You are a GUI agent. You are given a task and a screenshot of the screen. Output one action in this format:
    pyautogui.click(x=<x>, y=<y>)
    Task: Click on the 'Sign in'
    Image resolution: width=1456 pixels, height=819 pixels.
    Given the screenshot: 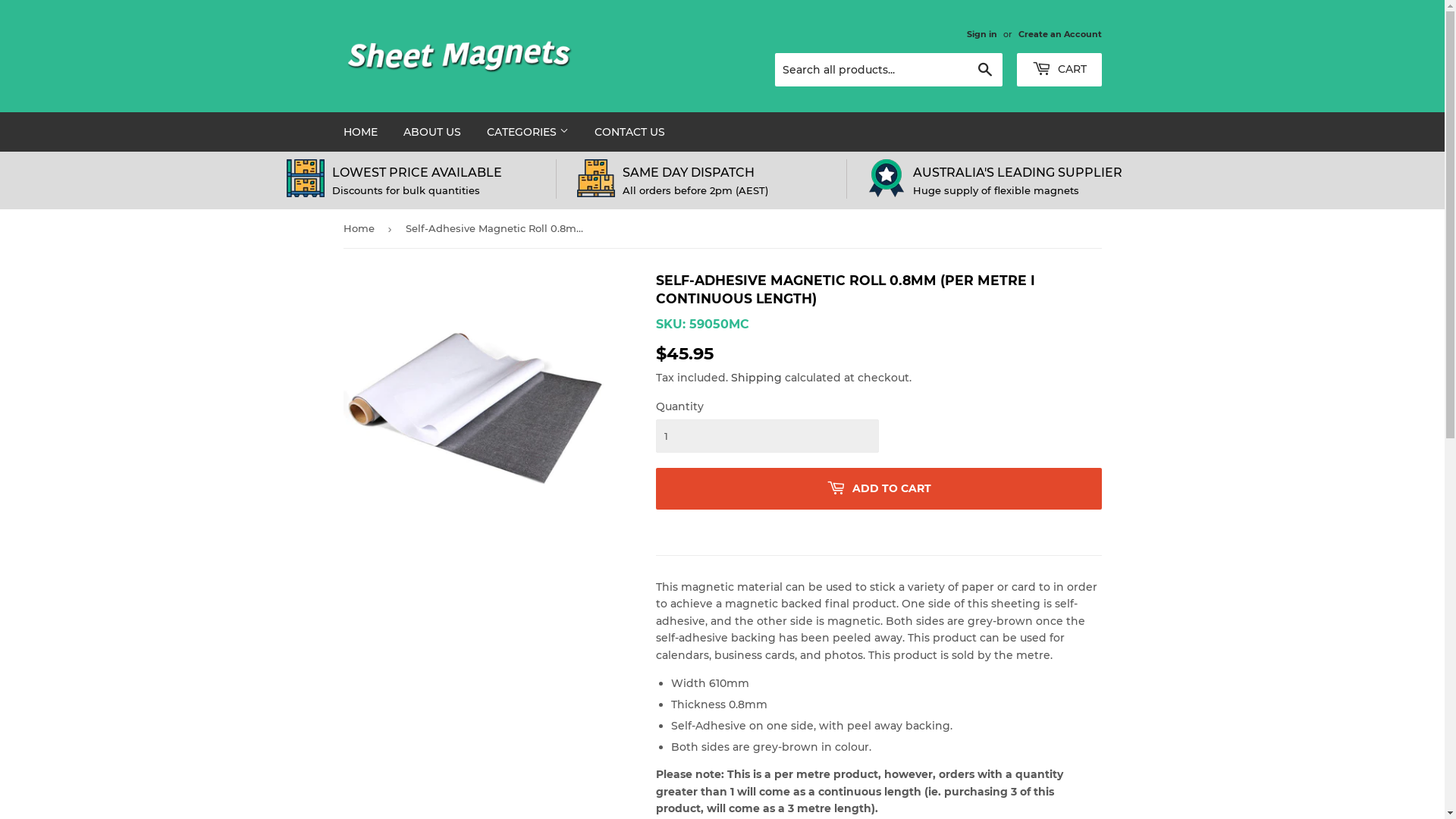 What is the action you would take?
    pyautogui.click(x=981, y=34)
    